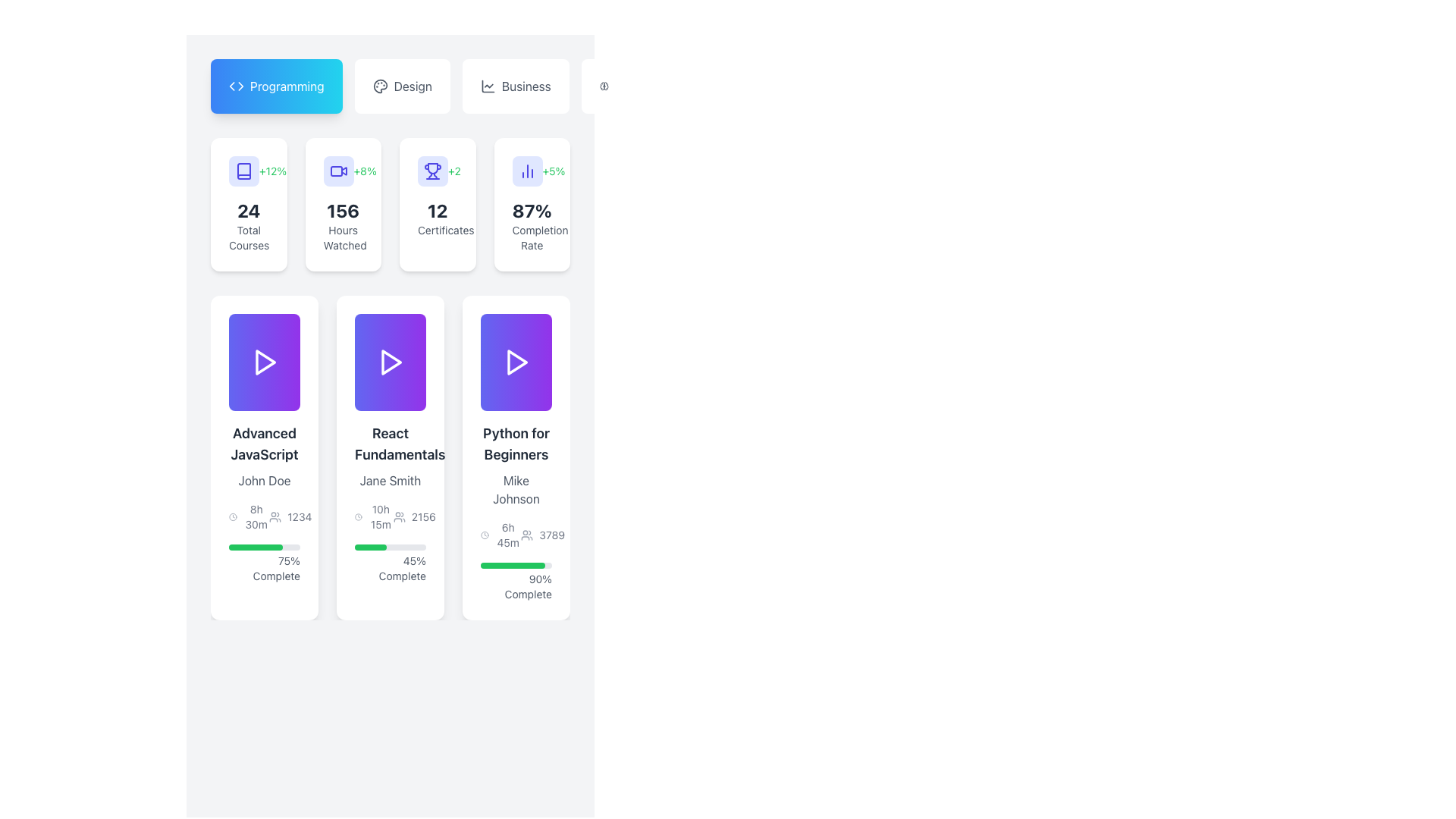 This screenshot has width=1456, height=819. I want to click on the icon representing the 'Design' navigation tab, which is located to the left of the 'Design' text label in the navigation bar, so click(380, 86).